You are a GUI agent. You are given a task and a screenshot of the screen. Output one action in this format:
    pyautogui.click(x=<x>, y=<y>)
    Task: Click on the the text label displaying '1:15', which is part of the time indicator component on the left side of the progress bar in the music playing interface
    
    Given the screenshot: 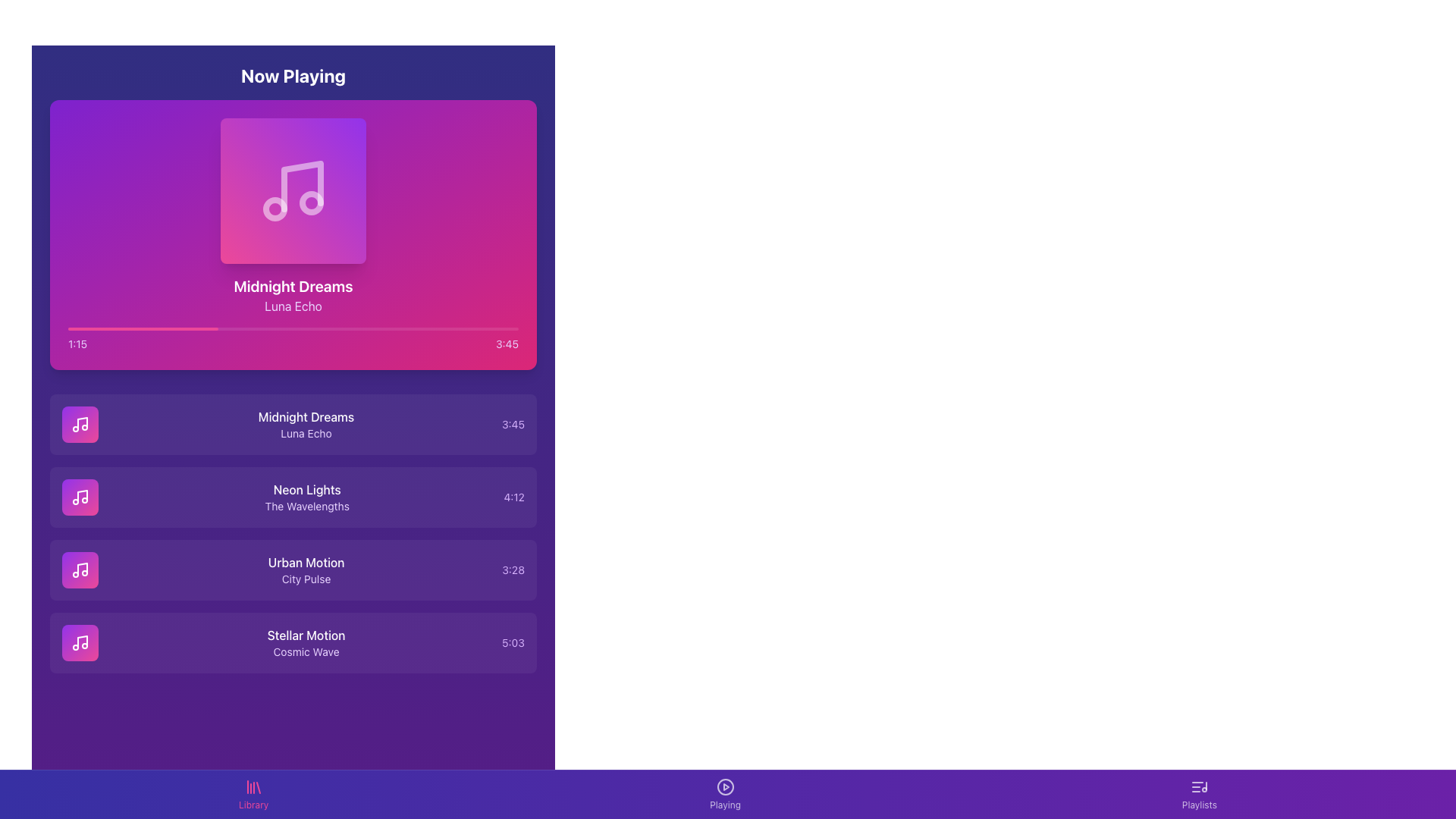 What is the action you would take?
    pyautogui.click(x=77, y=344)
    